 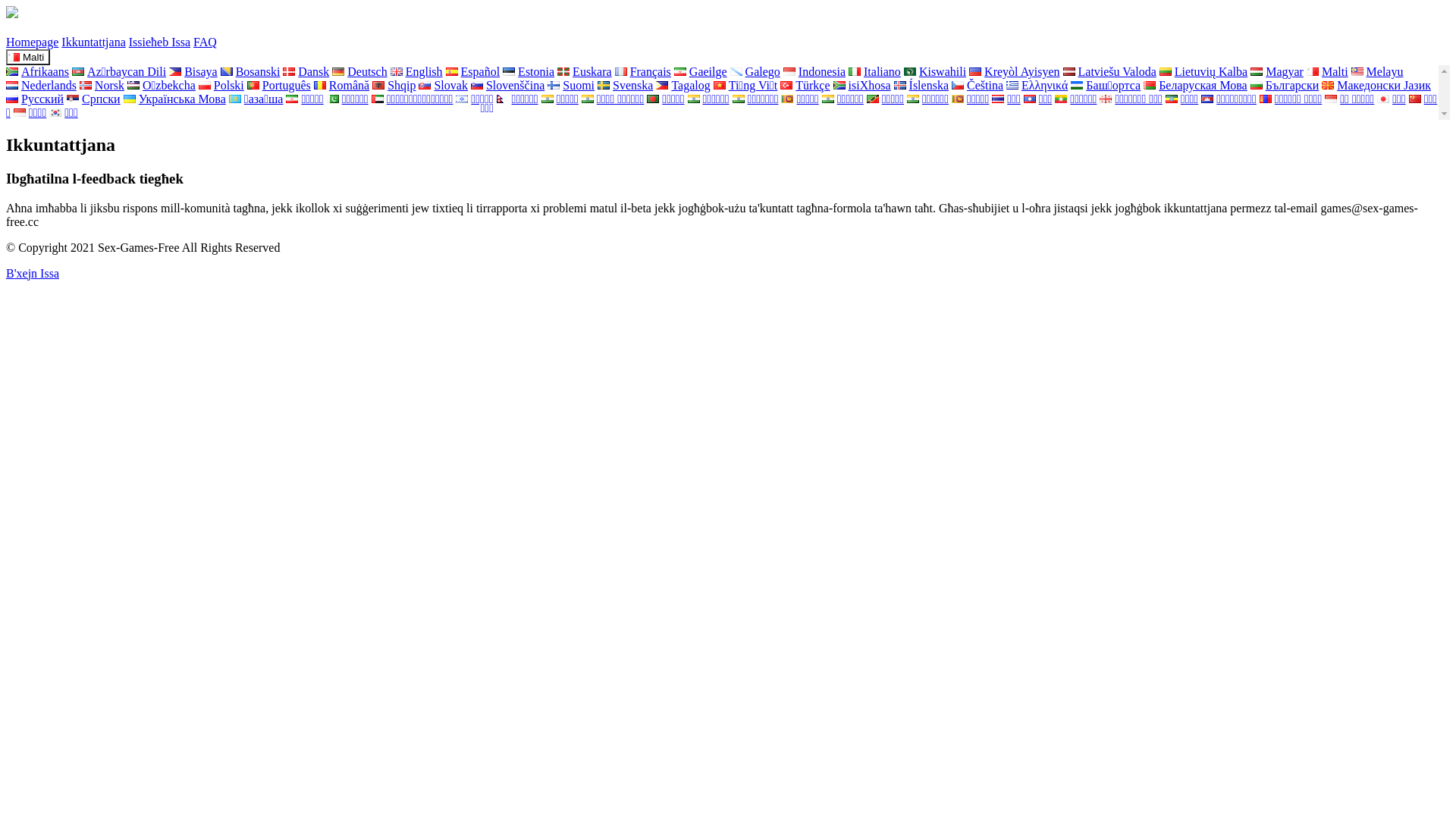 I want to click on 'Magyar', so click(x=1250, y=71).